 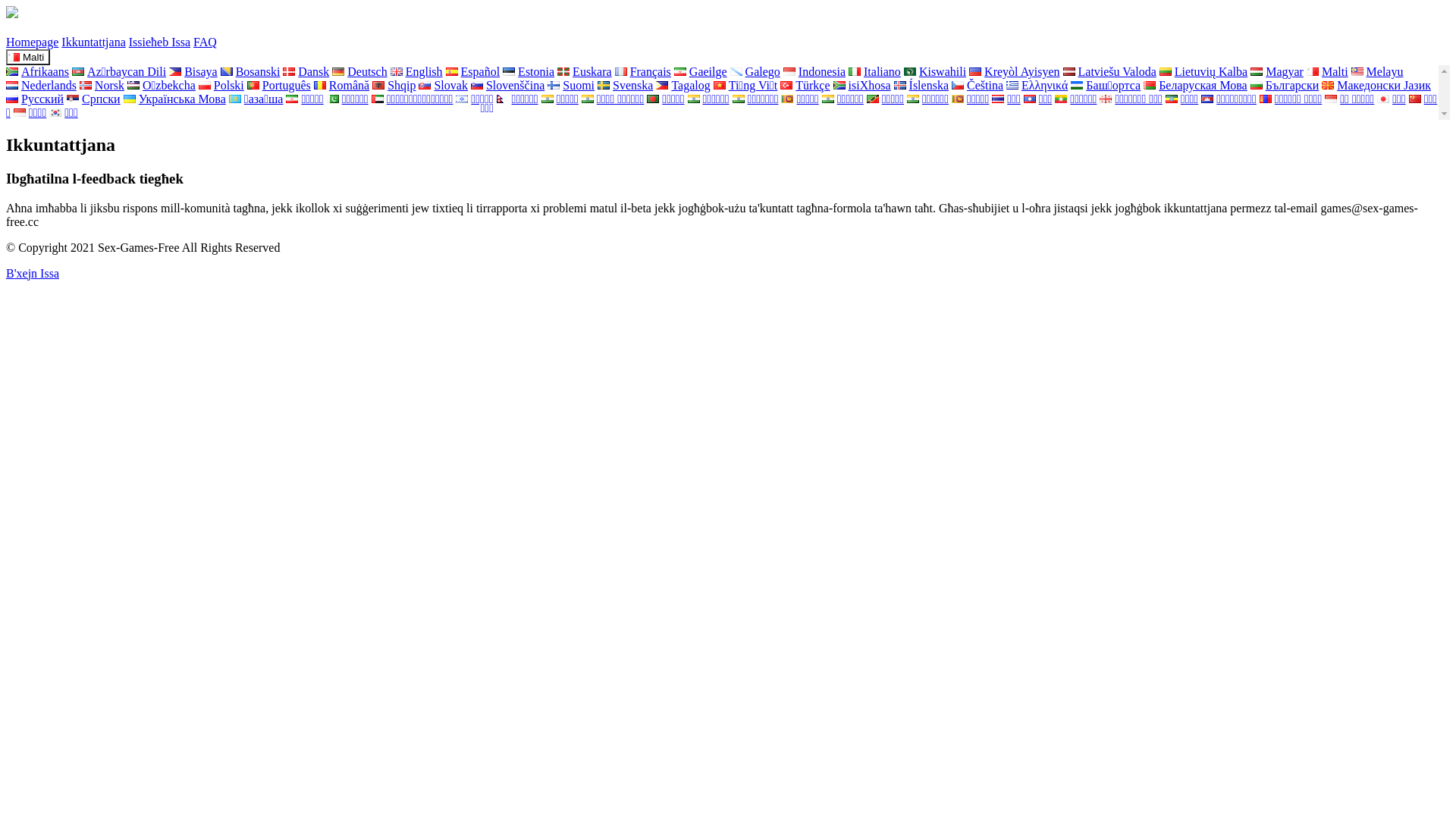 I want to click on 'Magyar', so click(x=1250, y=71).